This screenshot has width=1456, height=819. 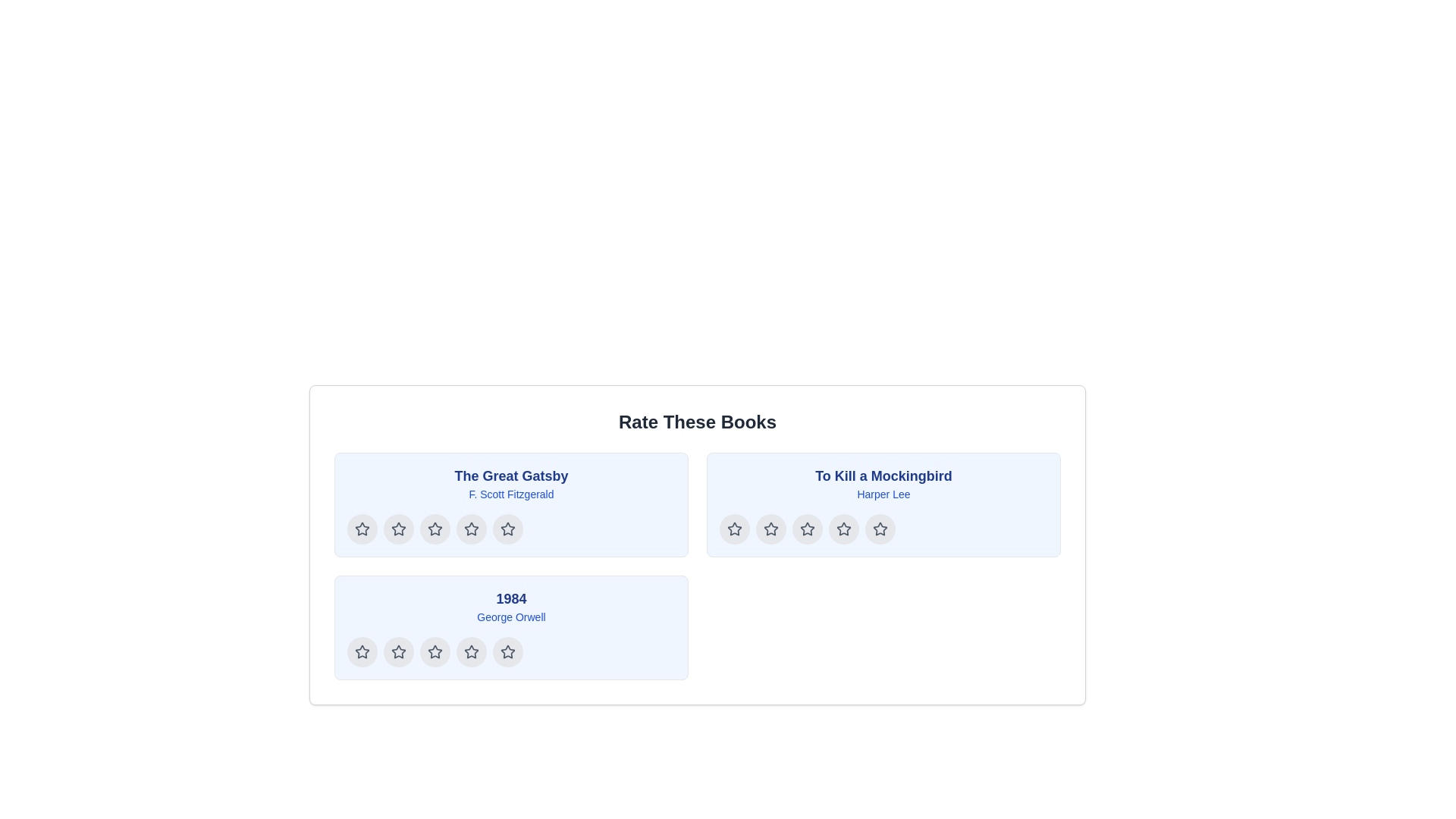 I want to click on the first star-shaped rating icon to give a one-star rating to 'The Great Gatsby', so click(x=399, y=528).